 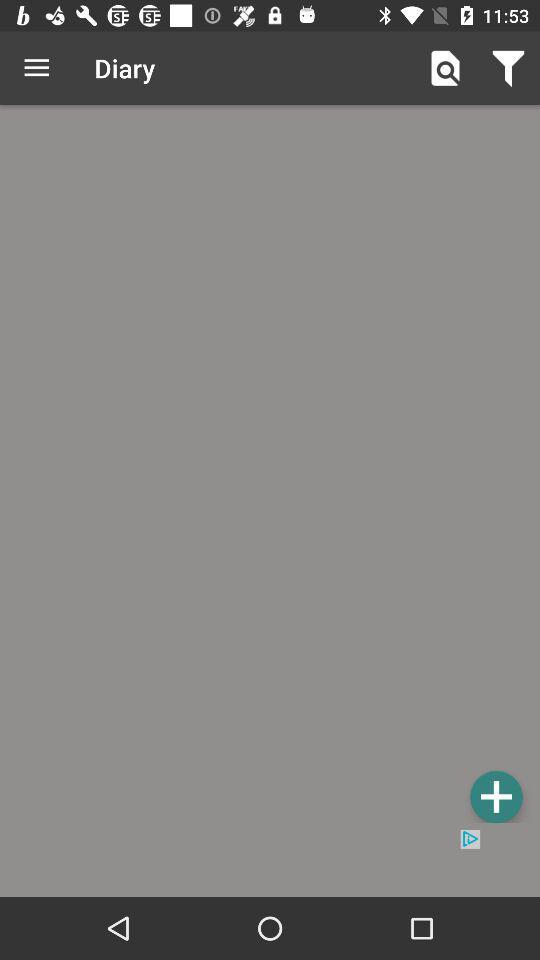 I want to click on icon next to the diary, so click(x=36, y=68).